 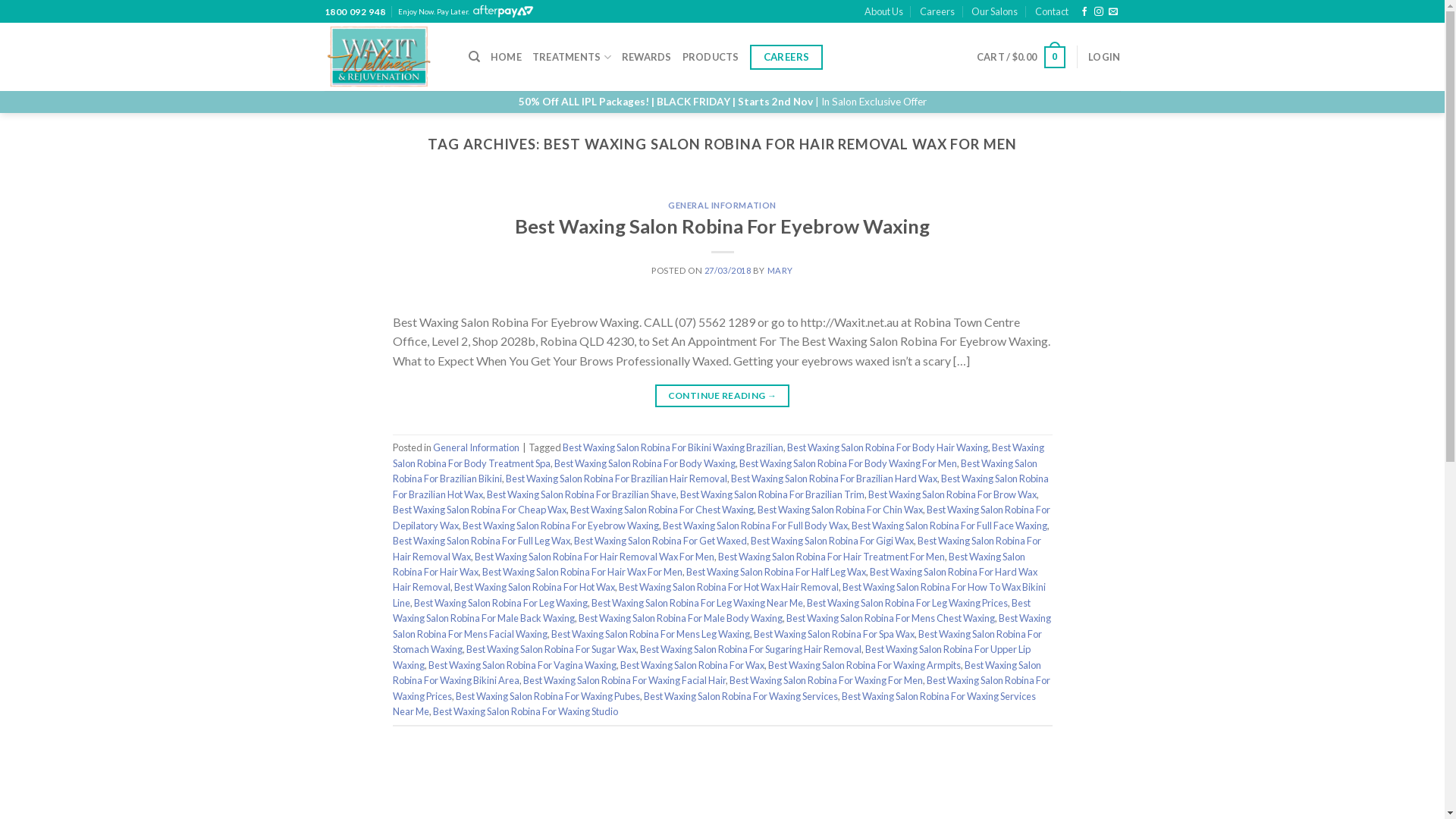 I want to click on 'Best Waxing Salon Robina For Body Waxing', so click(x=644, y=462).